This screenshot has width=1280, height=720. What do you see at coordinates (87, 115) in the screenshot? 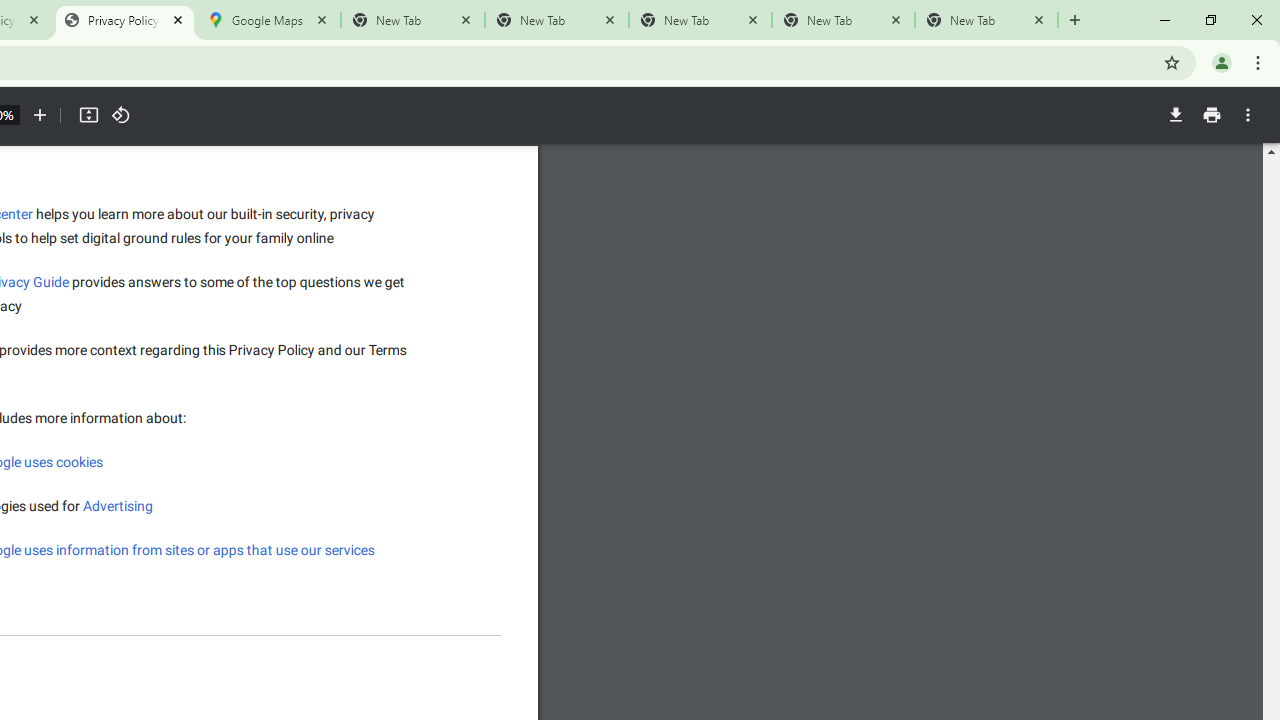
I see `'Fit to page'` at bounding box center [87, 115].